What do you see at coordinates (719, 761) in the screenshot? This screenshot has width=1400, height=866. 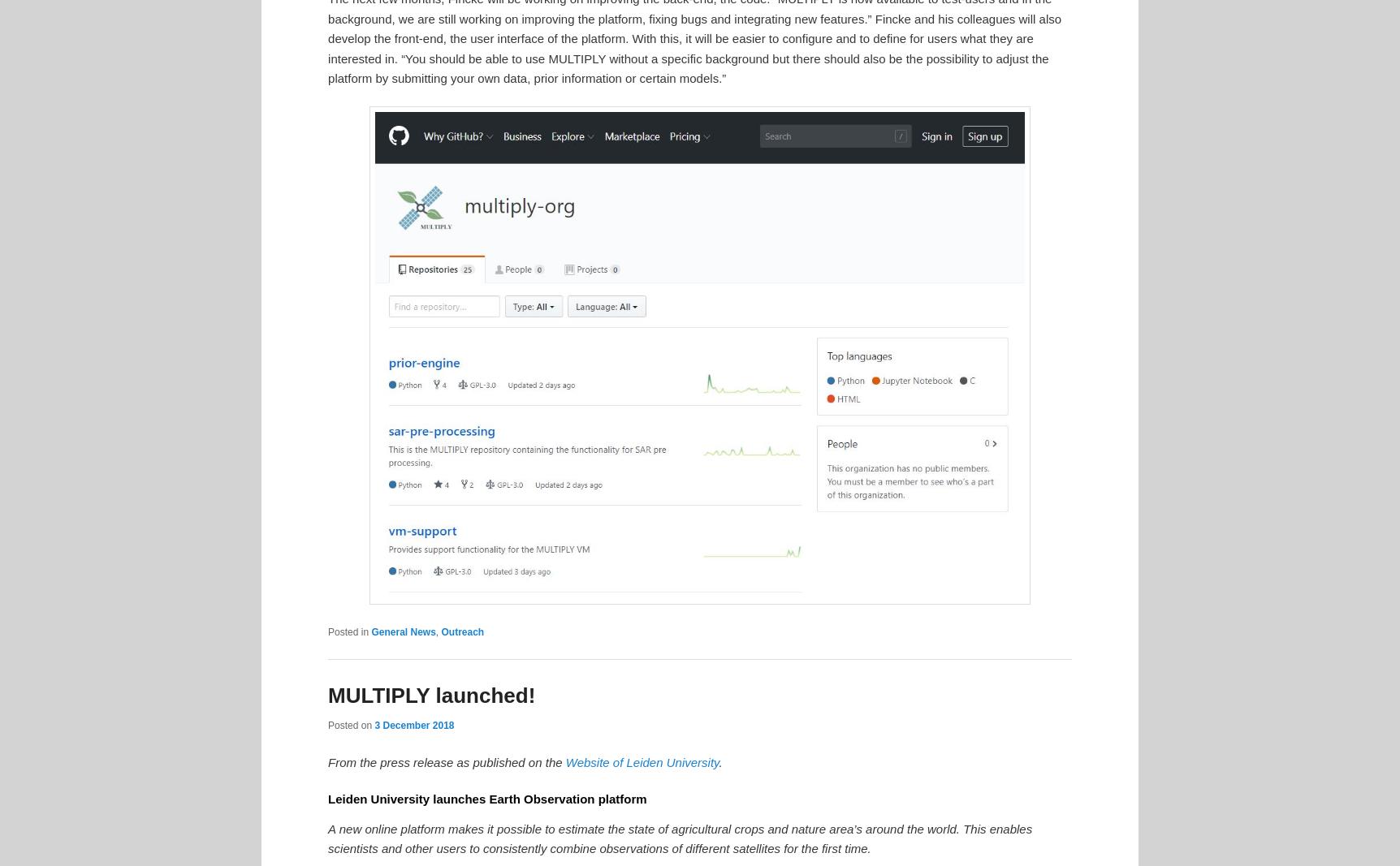 I see `'.'` at bounding box center [719, 761].